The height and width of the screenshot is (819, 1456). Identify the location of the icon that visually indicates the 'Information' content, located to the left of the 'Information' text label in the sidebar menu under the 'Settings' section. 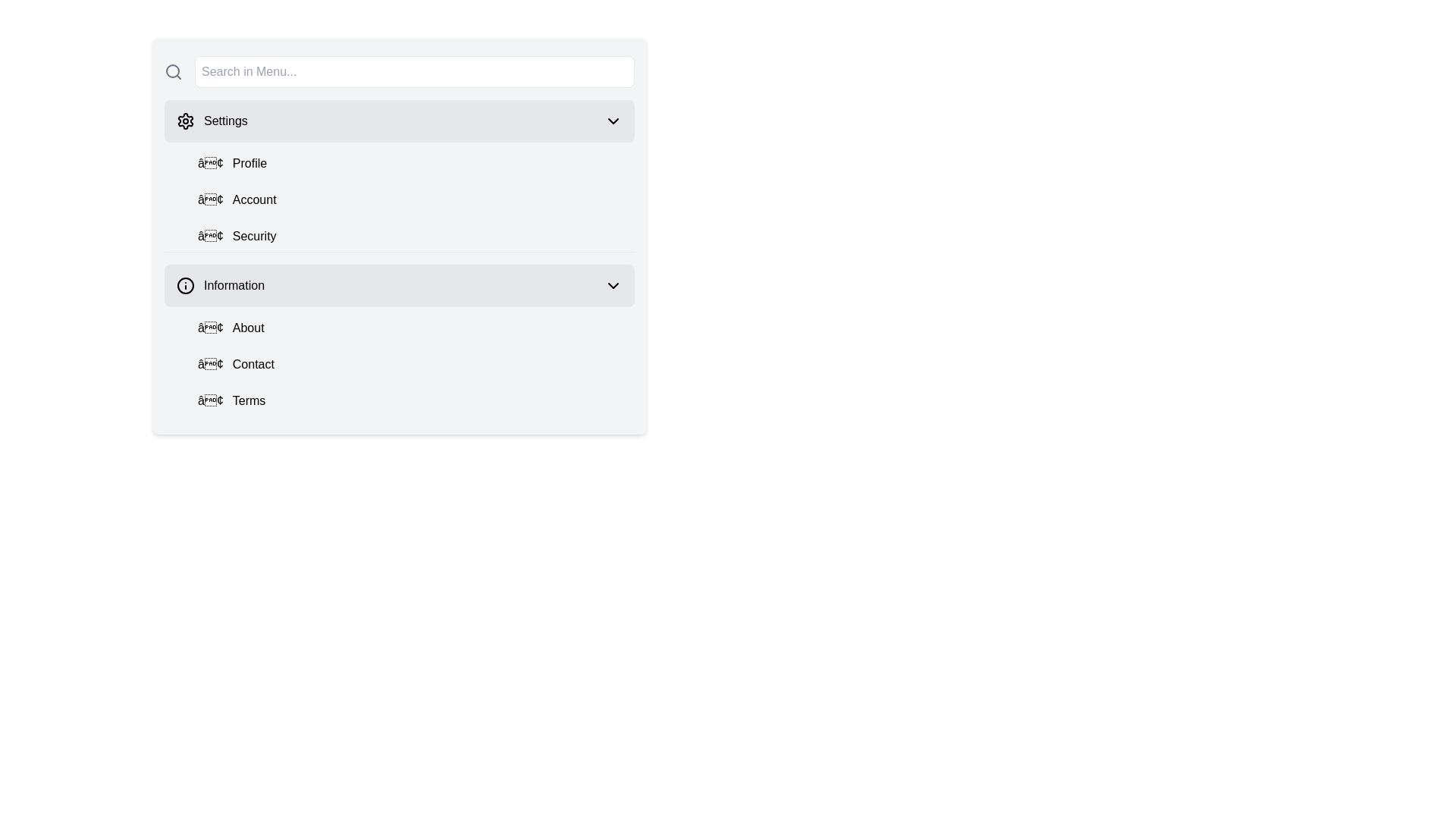
(184, 286).